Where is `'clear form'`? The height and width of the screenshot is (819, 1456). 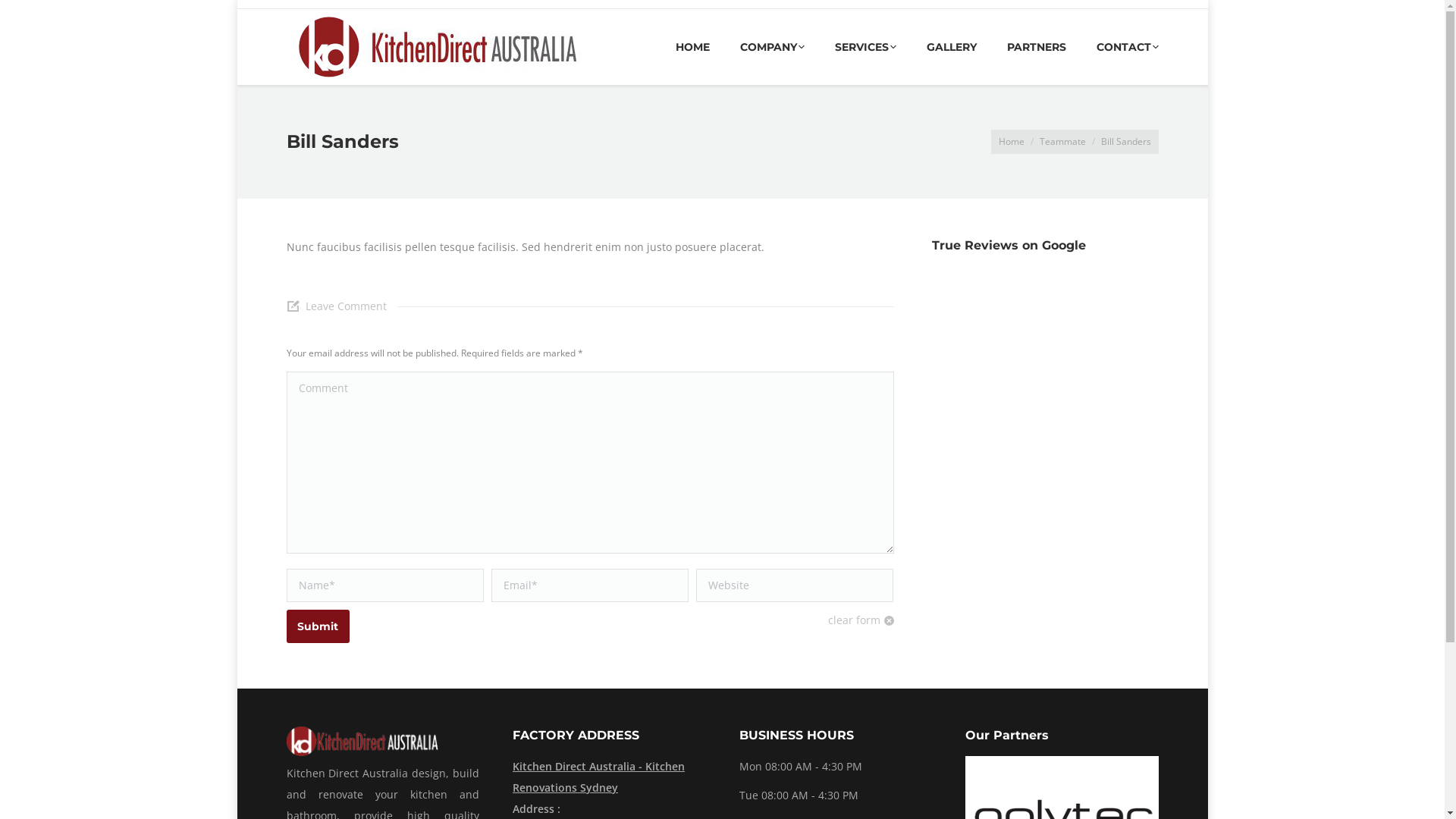
'clear form' is located at coordinates (861, 620).